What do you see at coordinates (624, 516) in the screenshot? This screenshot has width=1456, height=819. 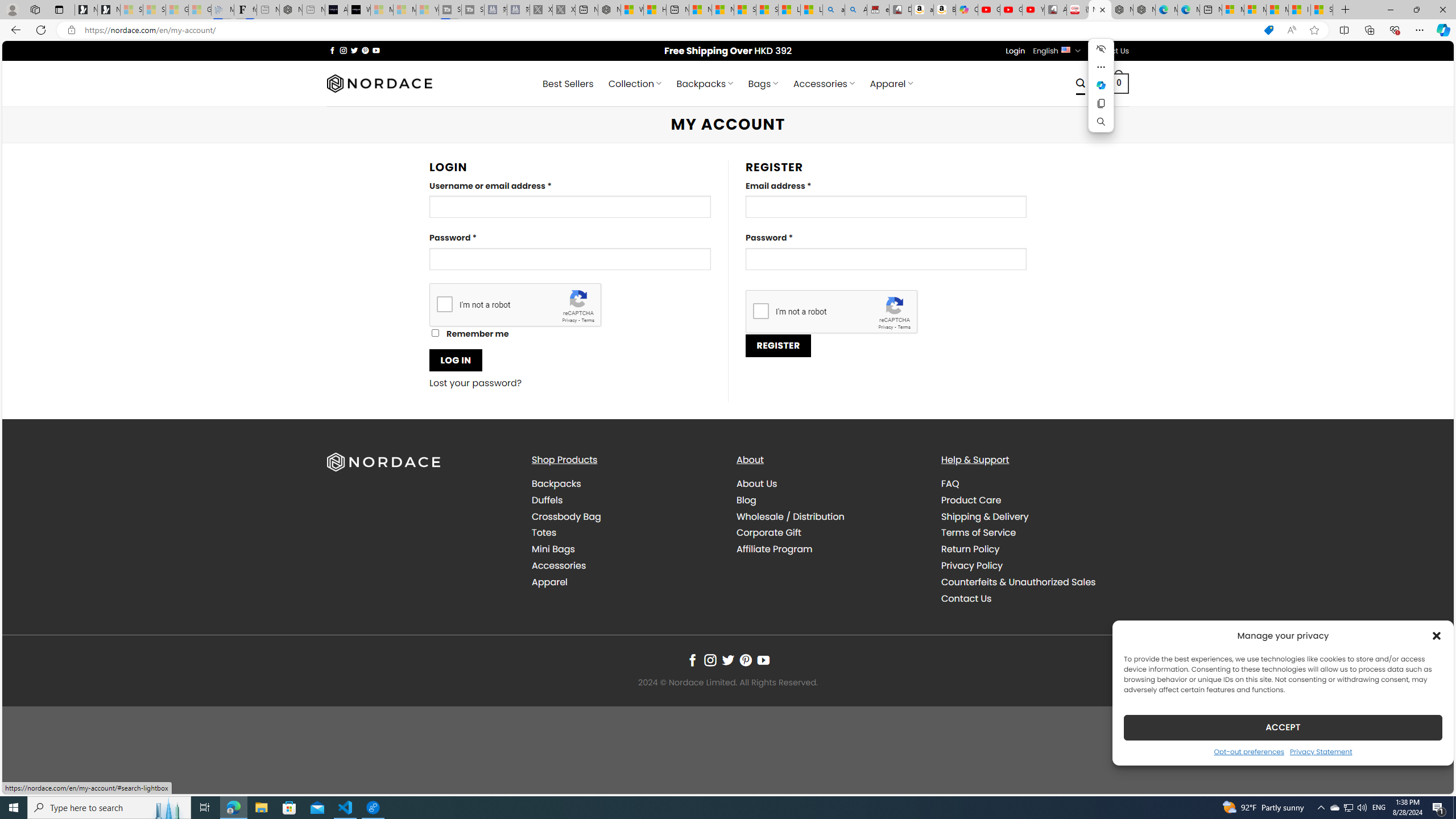 I see `'Crossbody Bag'` at bounding box center [624, 516].